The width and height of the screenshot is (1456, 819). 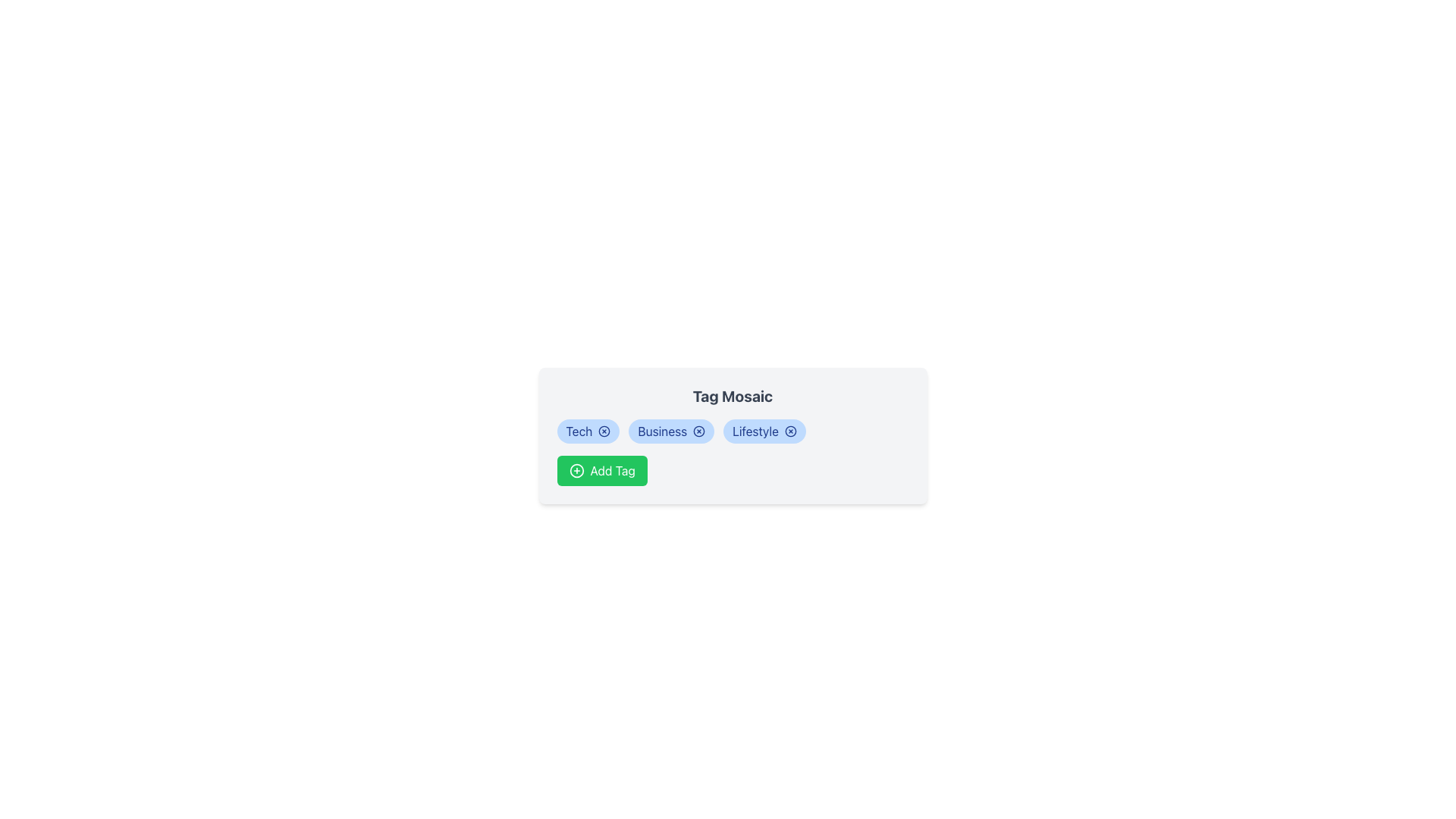 What do you see at coordinates (698, 431) in the screenshot?
I see `the context of the 'Business' tag icon, which is centrally located within the button labeled 'Business' in the horizontal row of tags` at bounding box center [698, 431].